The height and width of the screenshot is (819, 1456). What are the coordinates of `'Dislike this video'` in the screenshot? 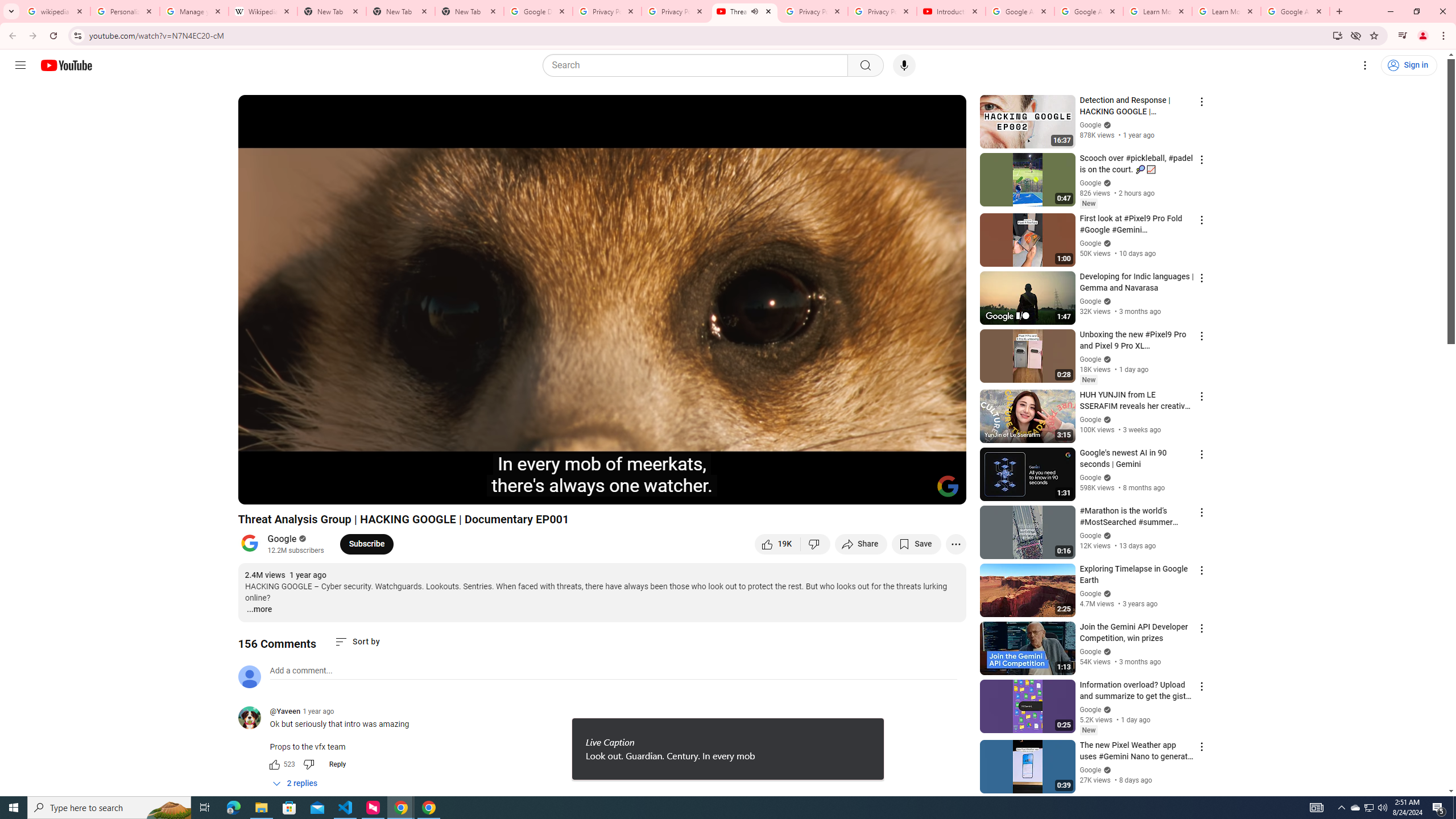 It's located at (816, 543).